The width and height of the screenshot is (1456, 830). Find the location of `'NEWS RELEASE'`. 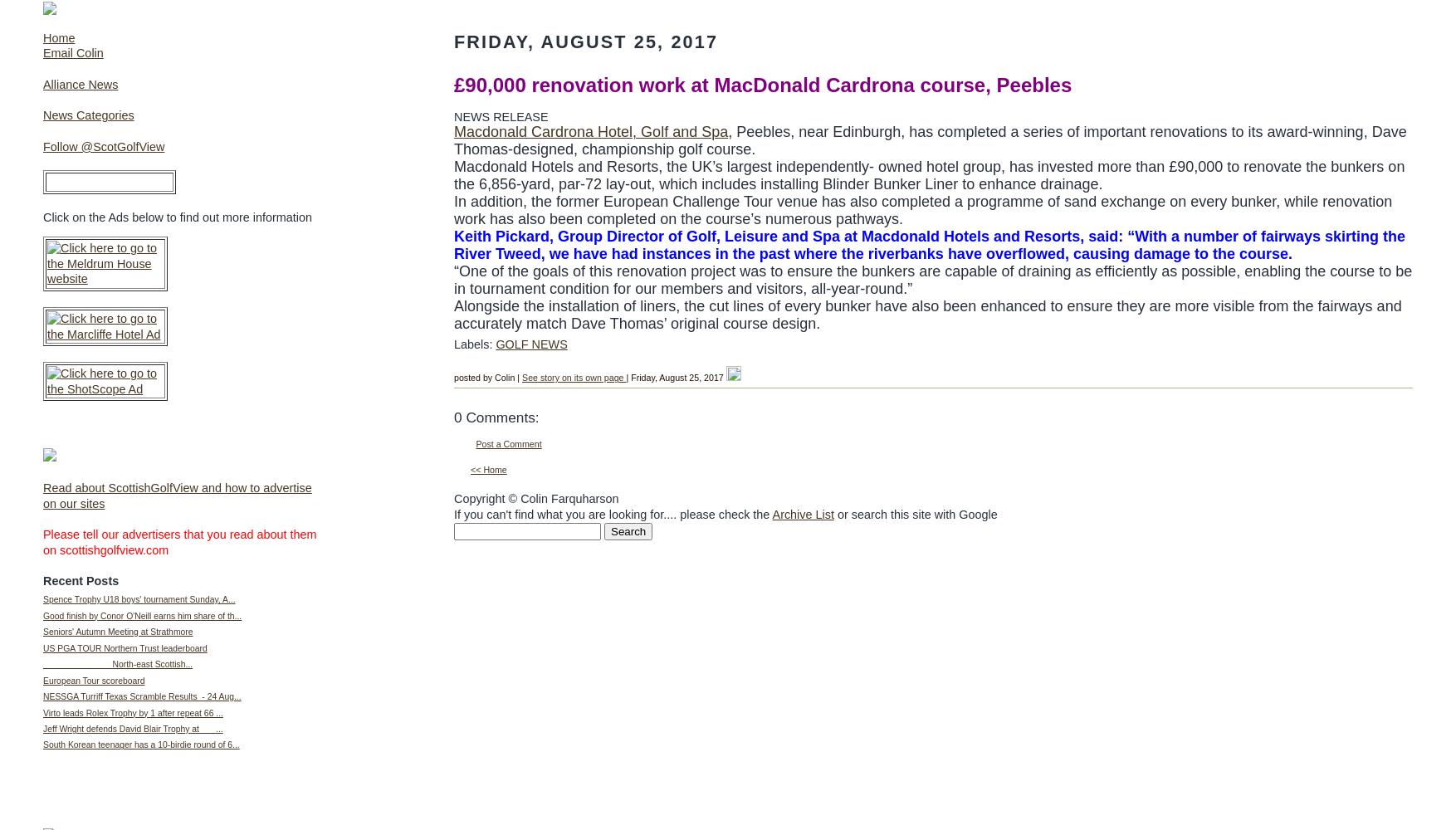

'NEWS RELEASE' is located at coordinates (501, 117).